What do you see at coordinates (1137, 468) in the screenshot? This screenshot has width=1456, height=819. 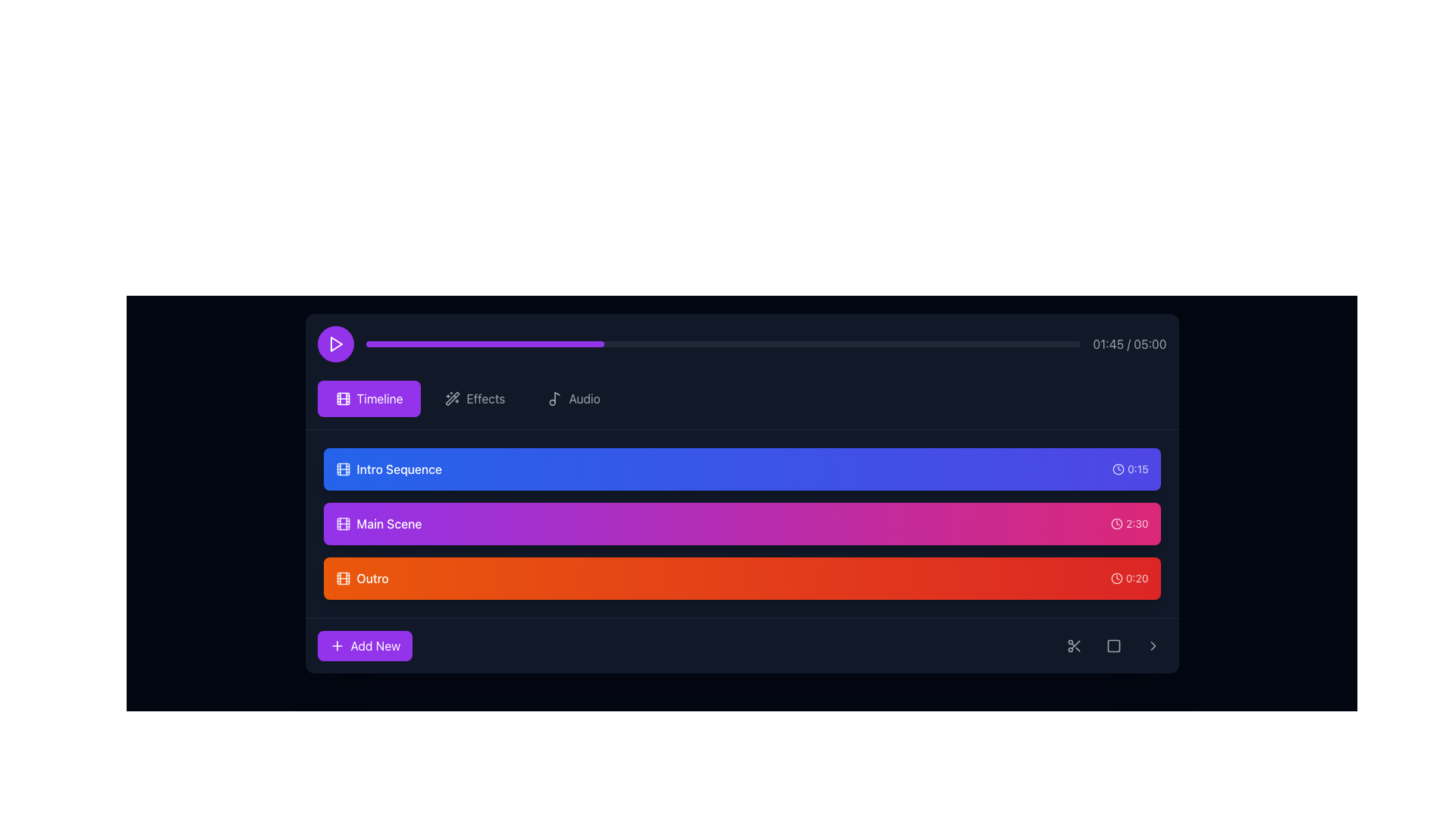 I see `the static informational label indicating the time duration, located on the far right side of the first row of the timeline-like list after the clock icon` at bounding box center [1137, 468].